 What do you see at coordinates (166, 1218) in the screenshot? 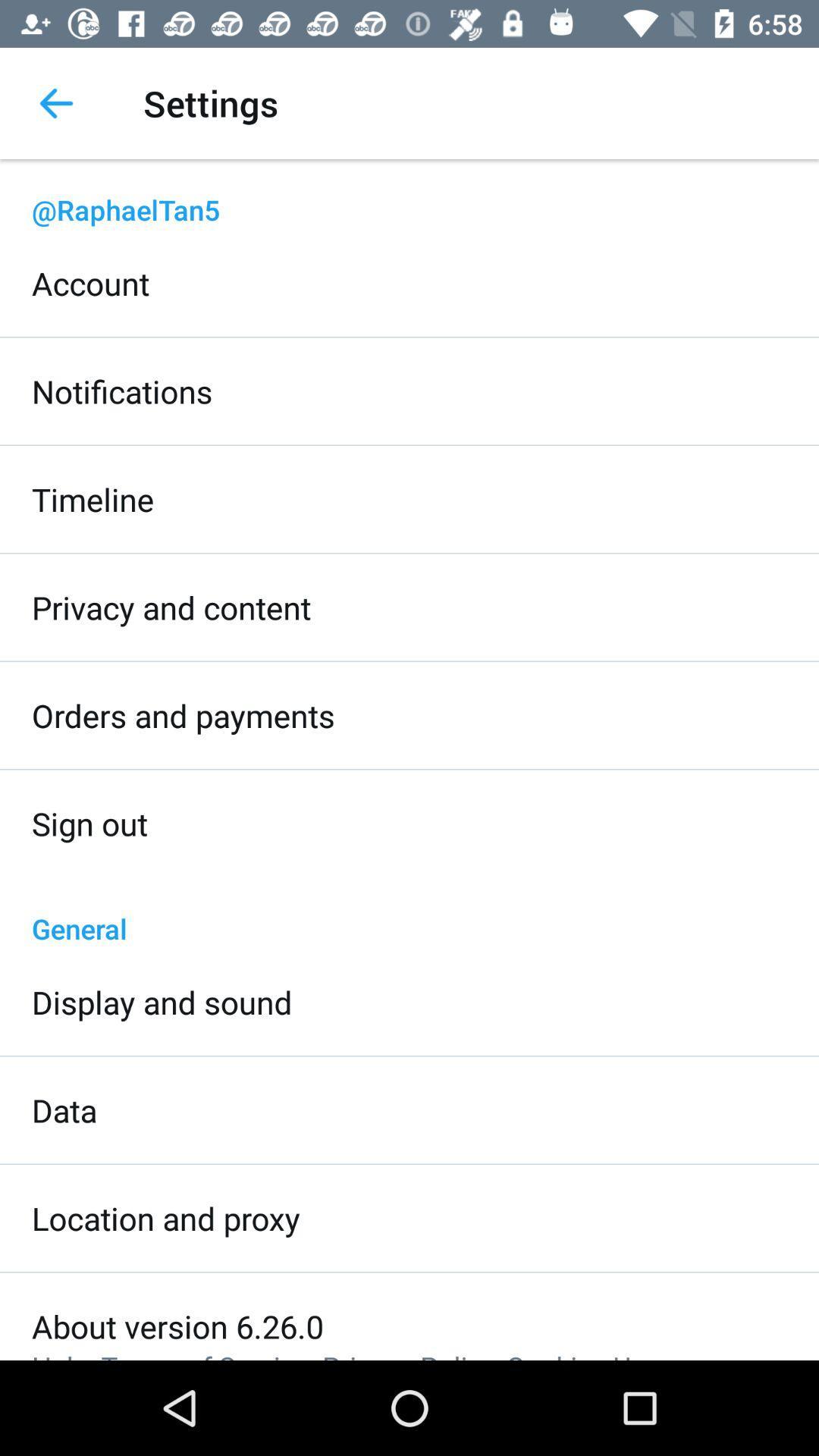
I see `the location and proxy icon` at bounding box center [166, 1218].